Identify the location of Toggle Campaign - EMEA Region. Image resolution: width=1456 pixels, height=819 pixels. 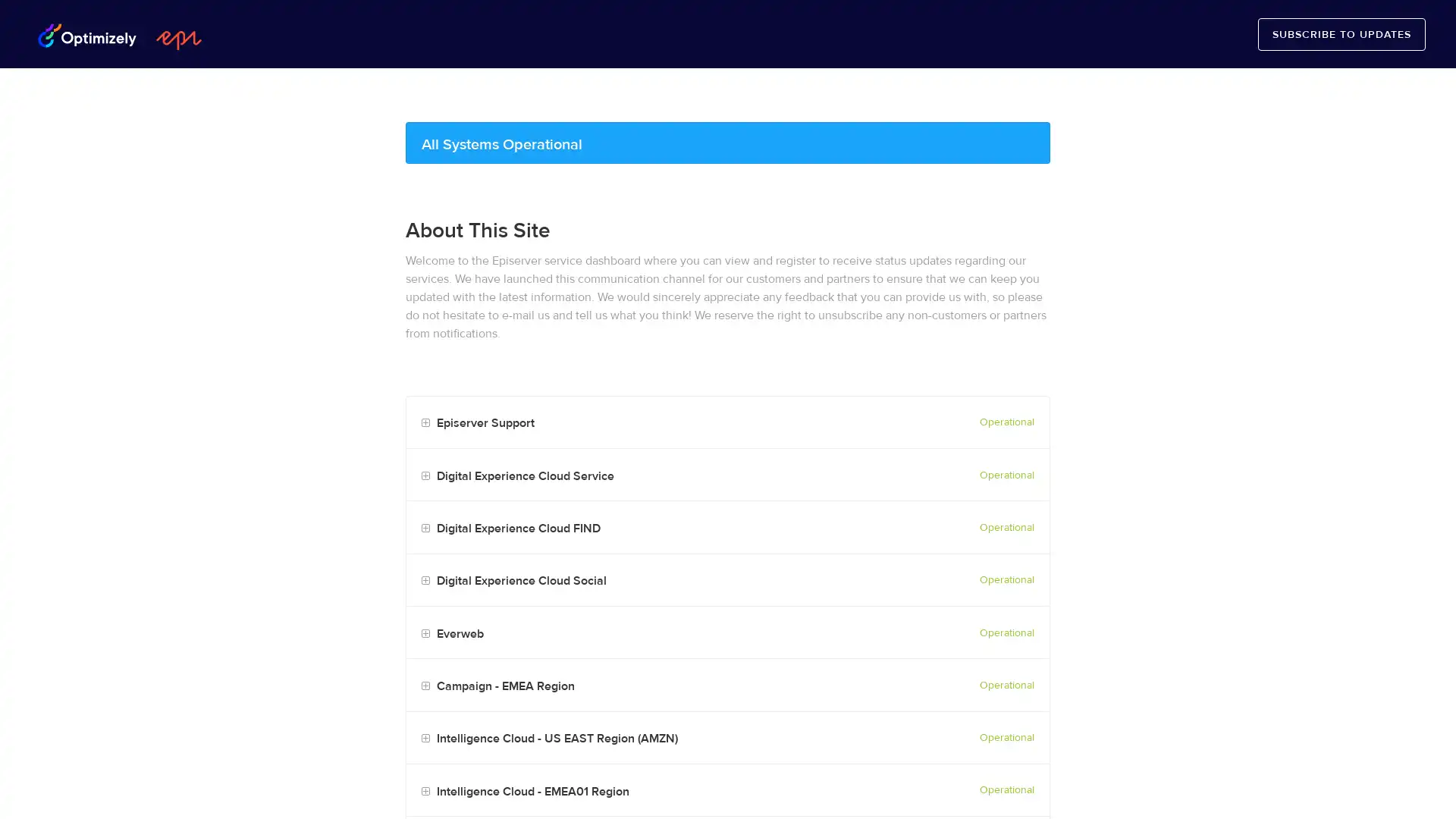
(425, 686).